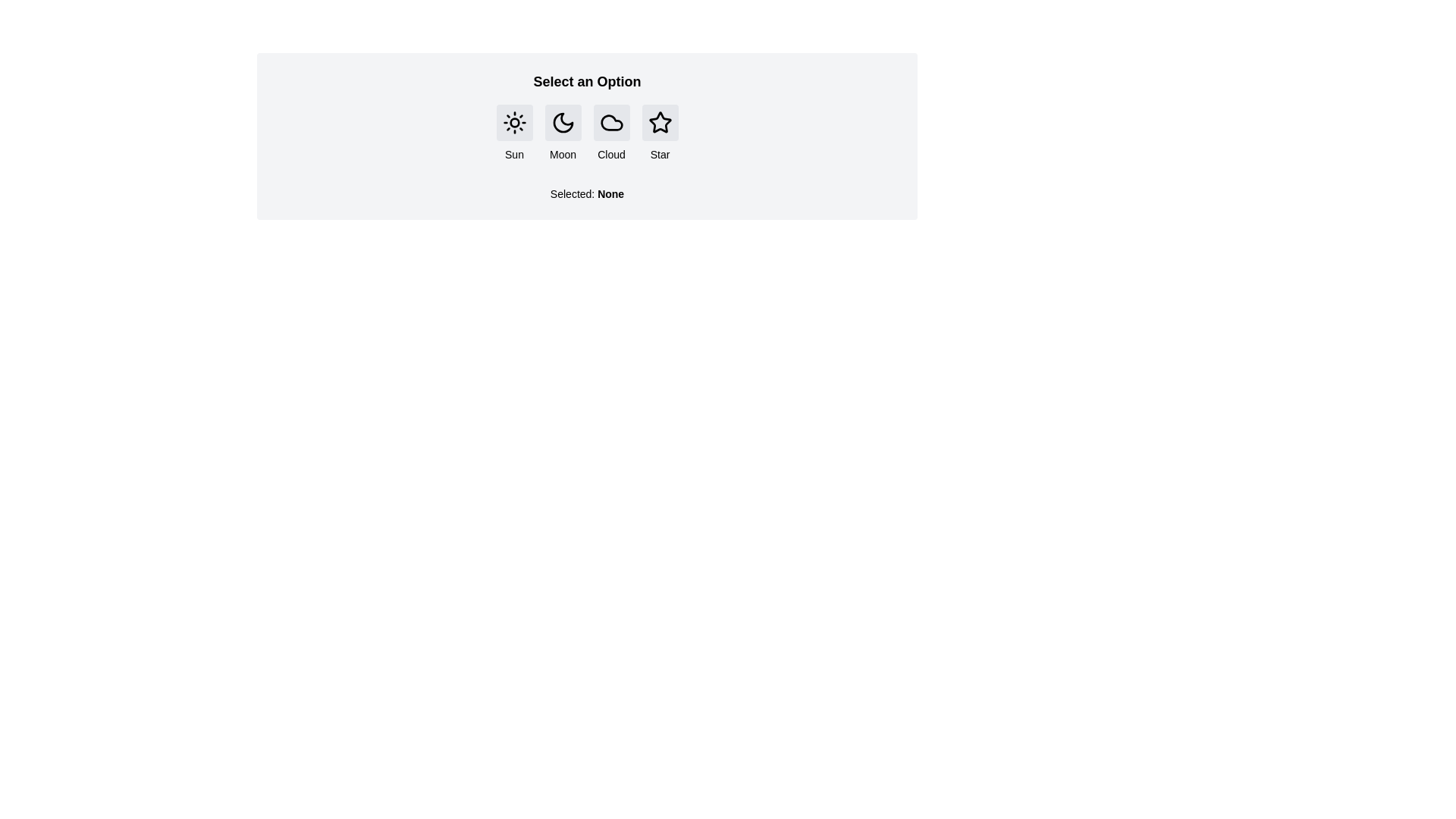 The height and width of the screenshot is (819, 1456). What do you see at coordinates (514, 122) in the screenshot?
I see `the 'Sun' theme option button, which is the first icon in the horizontal row of icons at the center of the interface` at bounding box center [514, 122].